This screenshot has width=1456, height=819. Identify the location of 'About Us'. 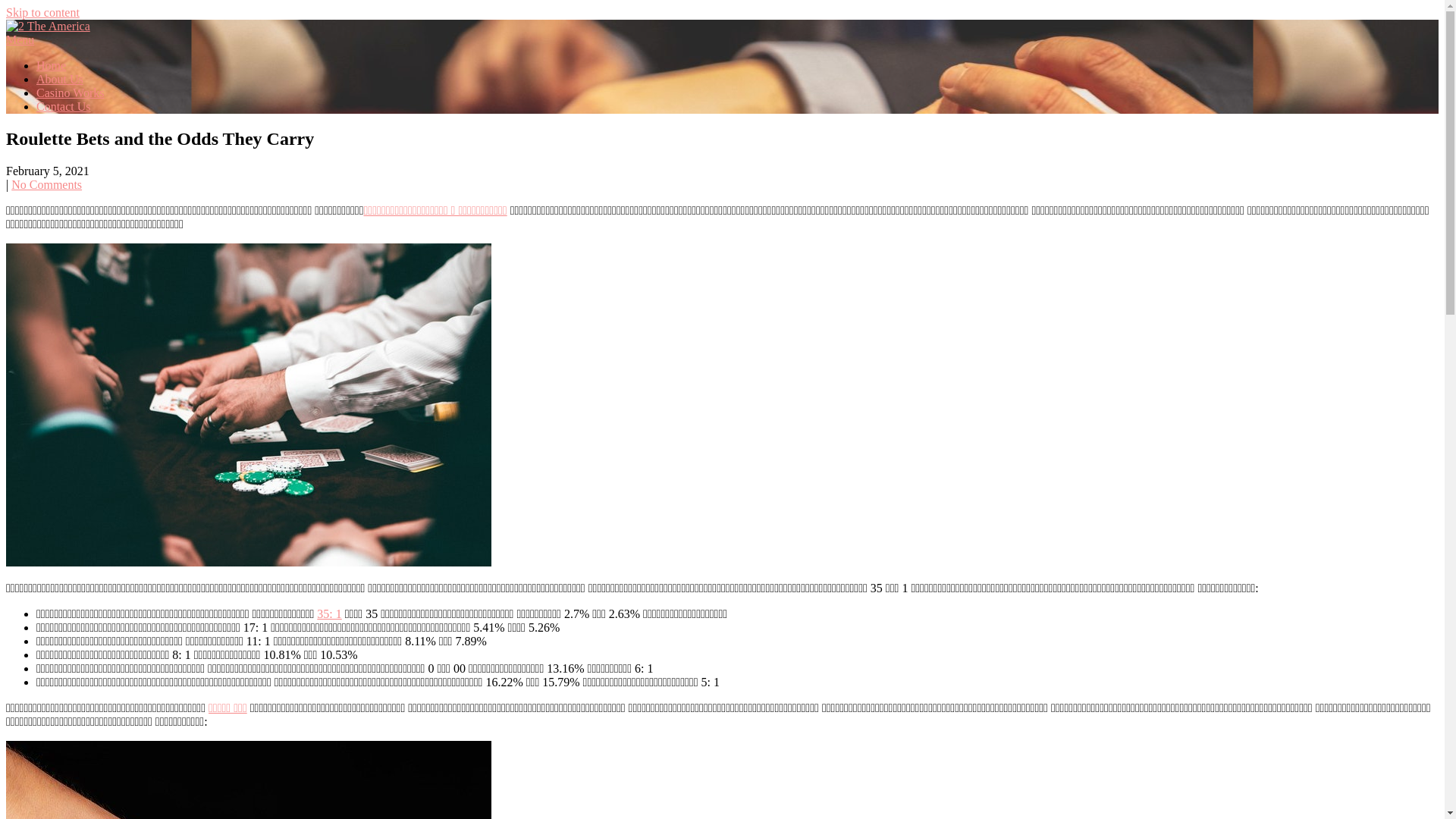
(59, 79).